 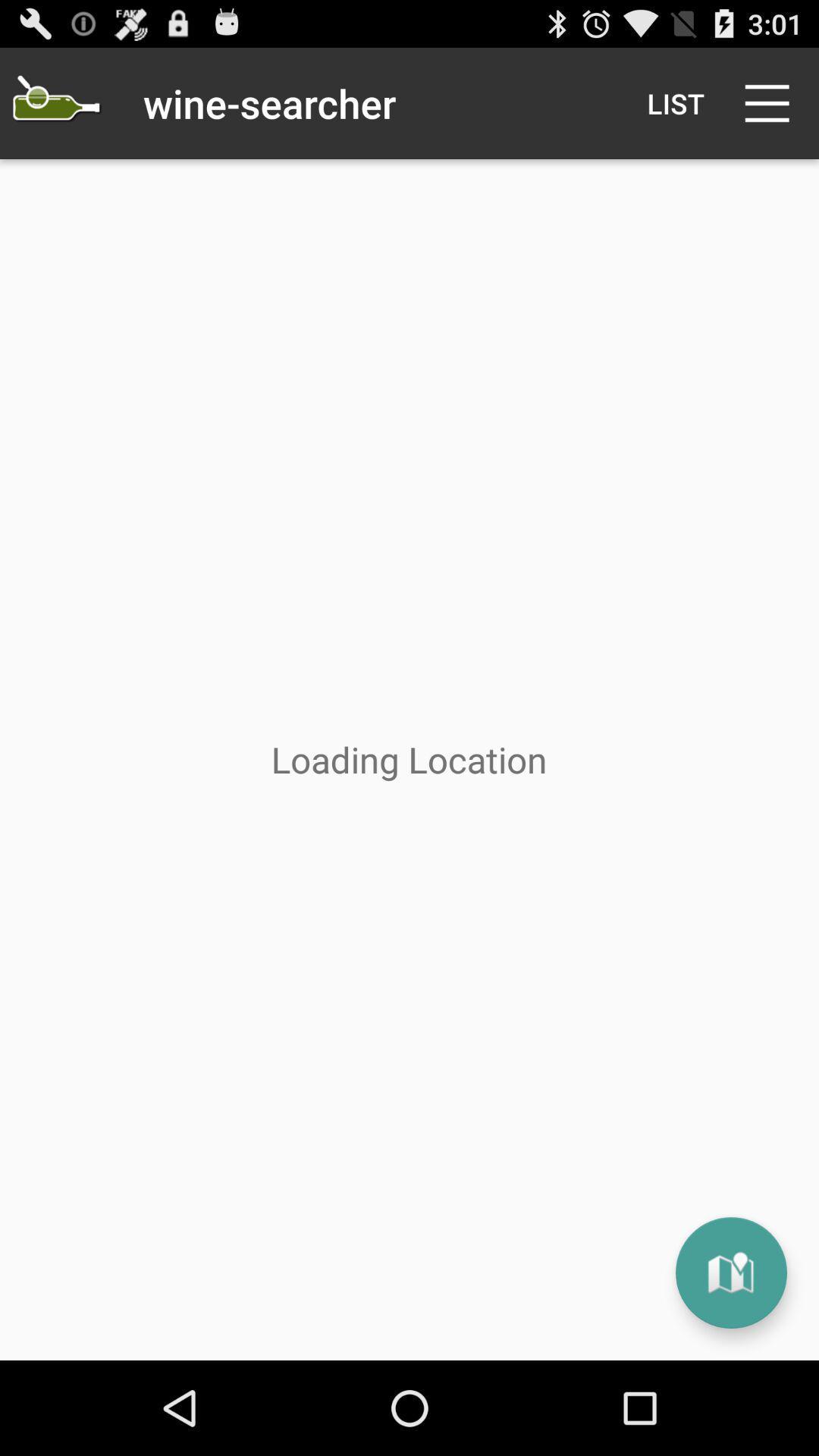 What do you see at coordinates (675, 102) in the screenshot?
I see `the list item` at bounding box center [675, 102].